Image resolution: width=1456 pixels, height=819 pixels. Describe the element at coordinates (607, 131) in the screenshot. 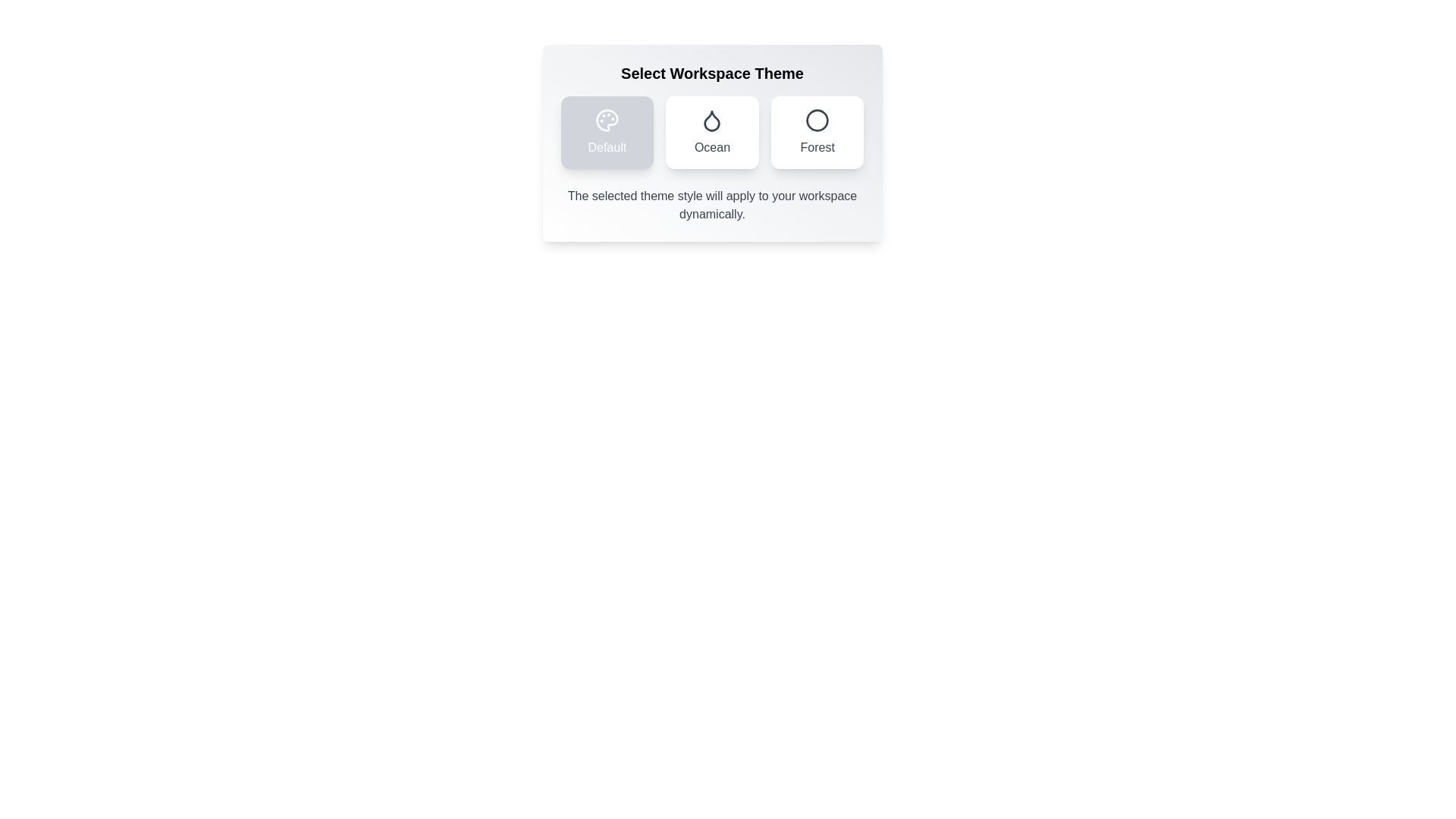

I see `the Default theme option to observe the visual feedback` at that location.